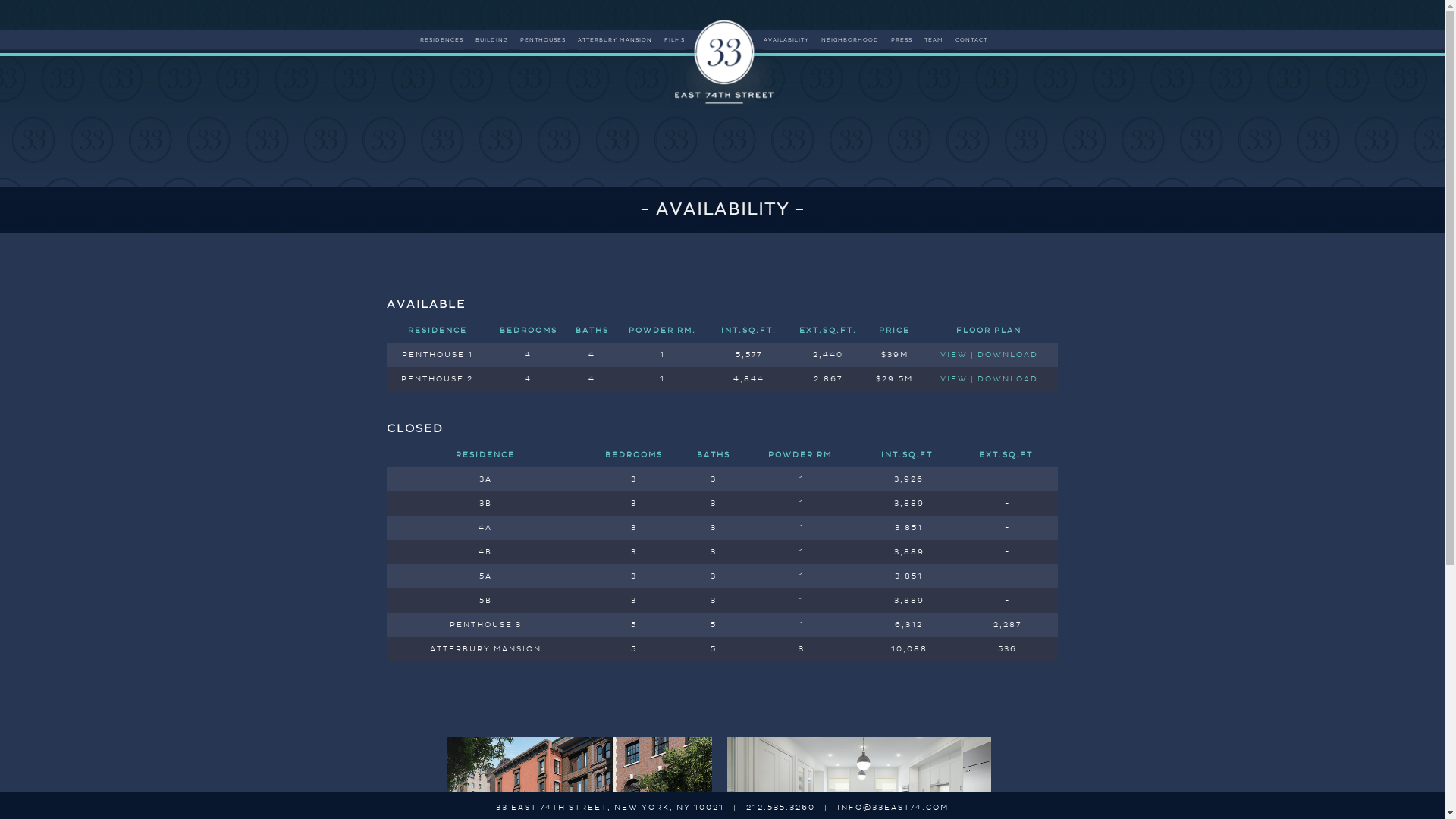  What do you see at coordinates (520, 39) in the screenshot?
I see `'PENTHOUSES'` at bounding box center [520, 39].